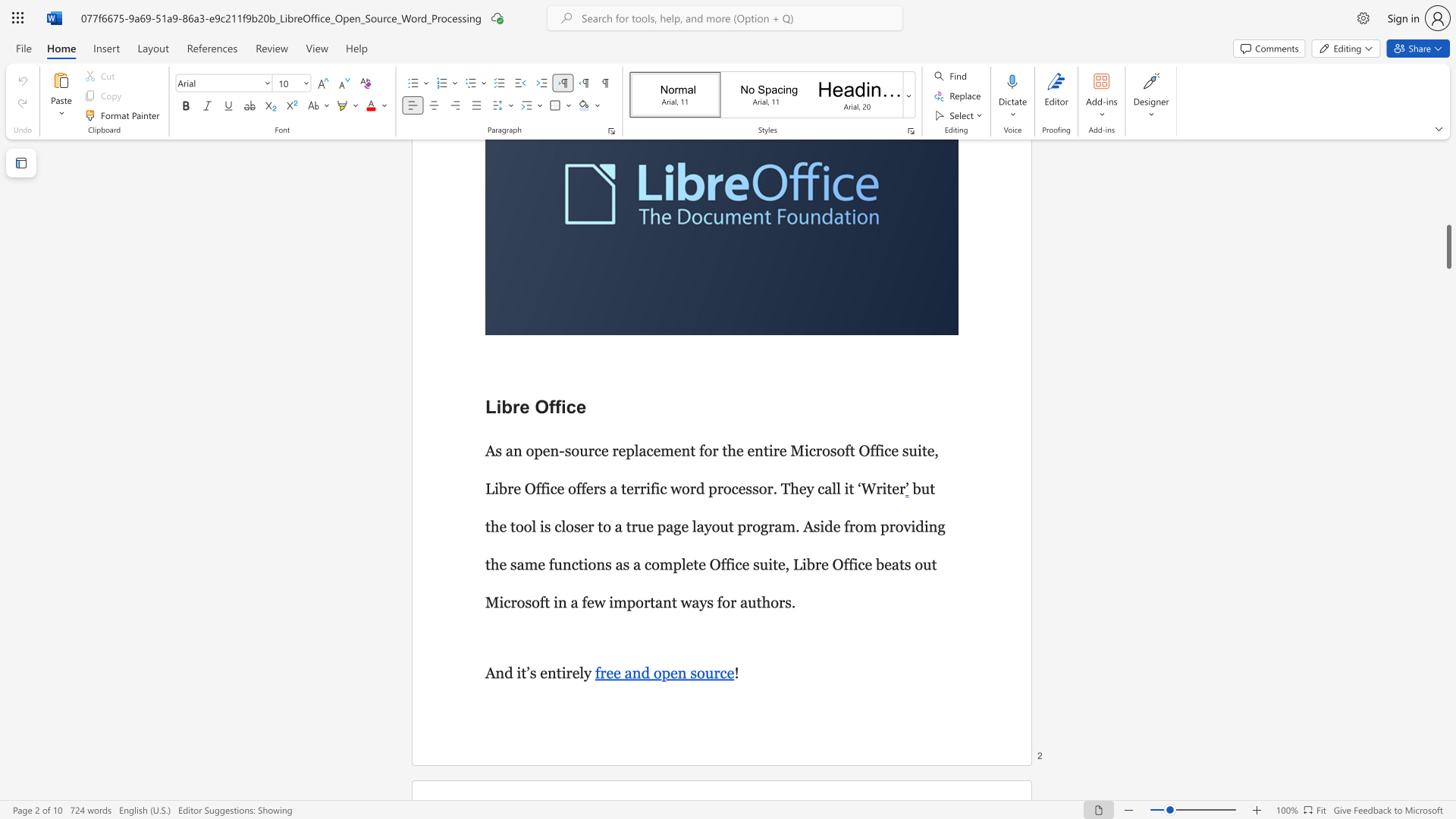  I want to click on the 1th character "-" in the text, so click(561, 450).